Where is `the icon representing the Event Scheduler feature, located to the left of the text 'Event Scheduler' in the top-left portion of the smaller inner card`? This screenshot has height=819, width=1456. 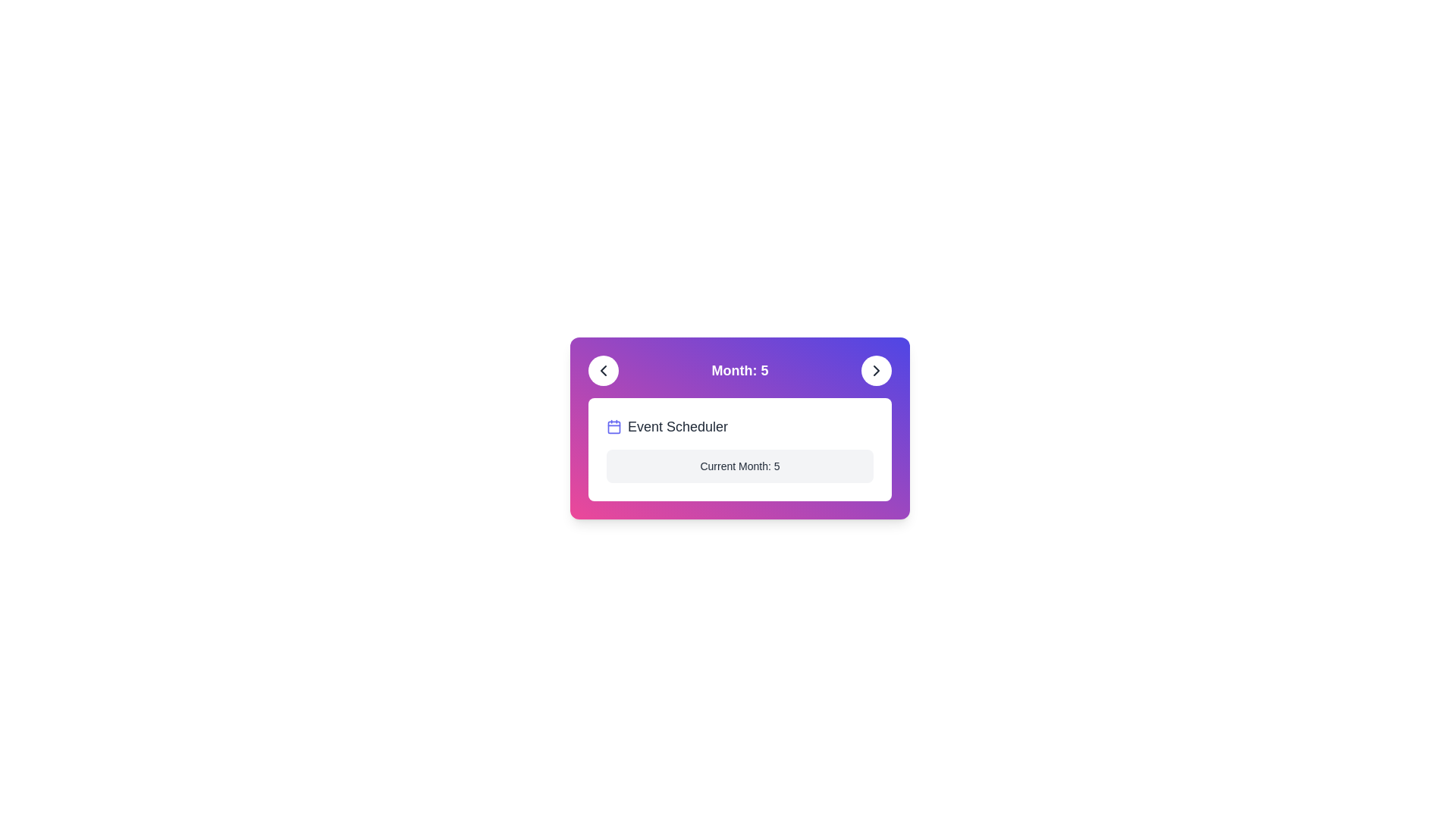
the icon representing the Event Scheduler feature, located to the left of the text 'Event Scheduler' in the top-left portion of the smaller inner card is located at coordinates (614, 427).